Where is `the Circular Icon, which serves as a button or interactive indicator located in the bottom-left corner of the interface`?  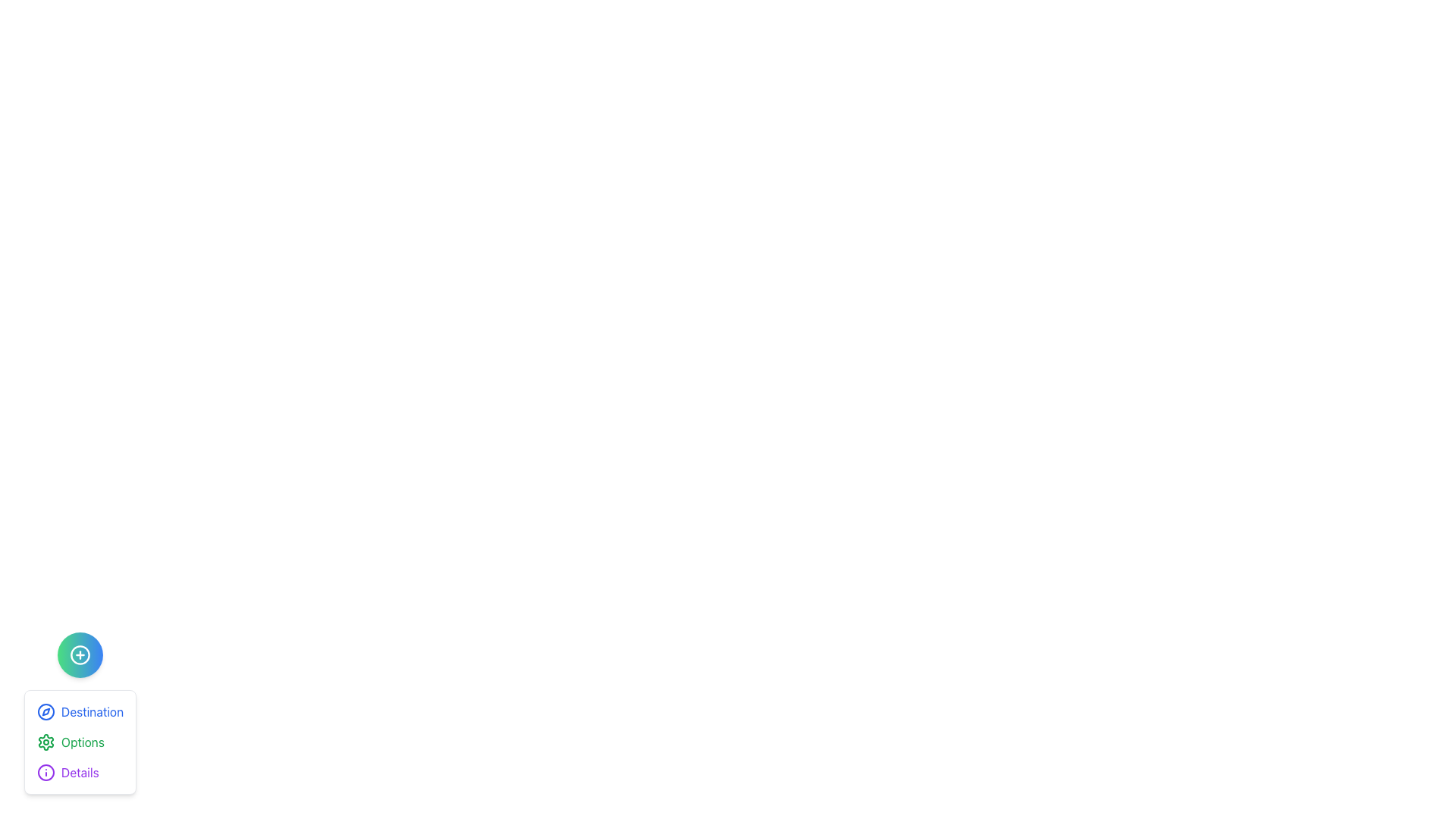
the Circular Icon, which serves as a button or interactive indicator located in the bottom-left corner of the interface is located at coordinates (79, 654).